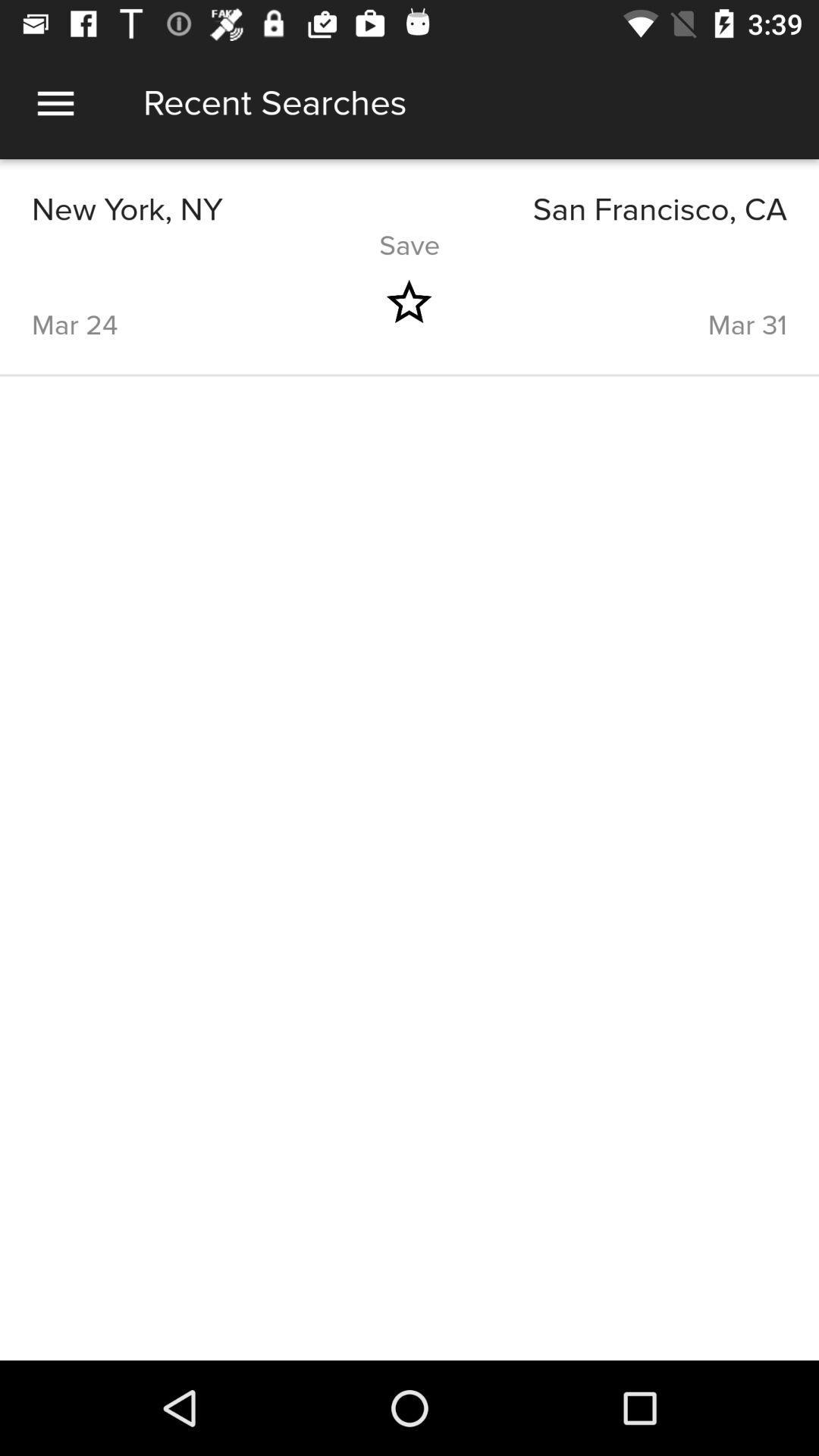  Describe the element at coordinates (220, 209) in the screenshot. I see `the new york, ny icon` at that location.